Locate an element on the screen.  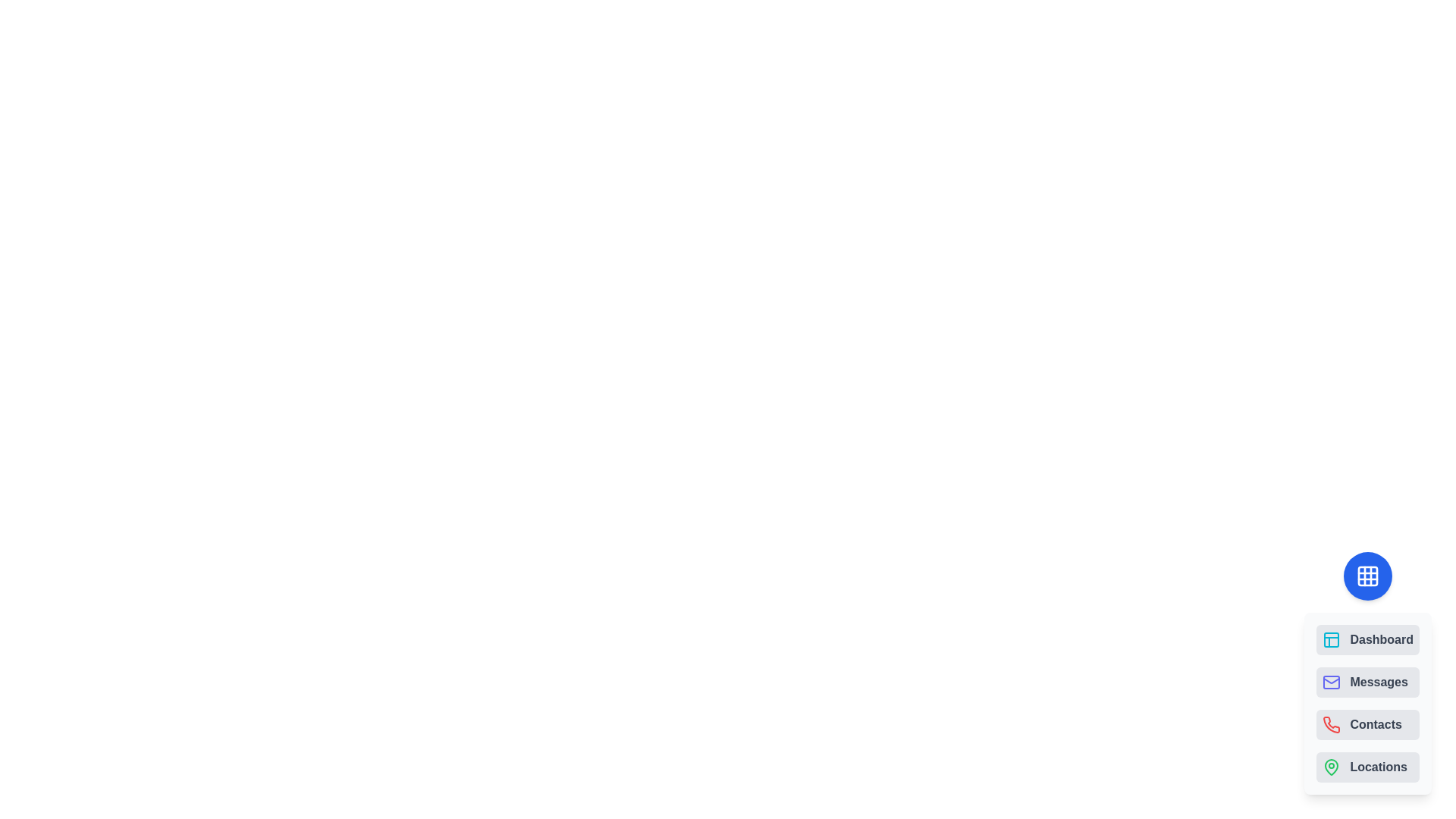
the navigation option Messages from the speed dial is located at coordinates (1368, 681).